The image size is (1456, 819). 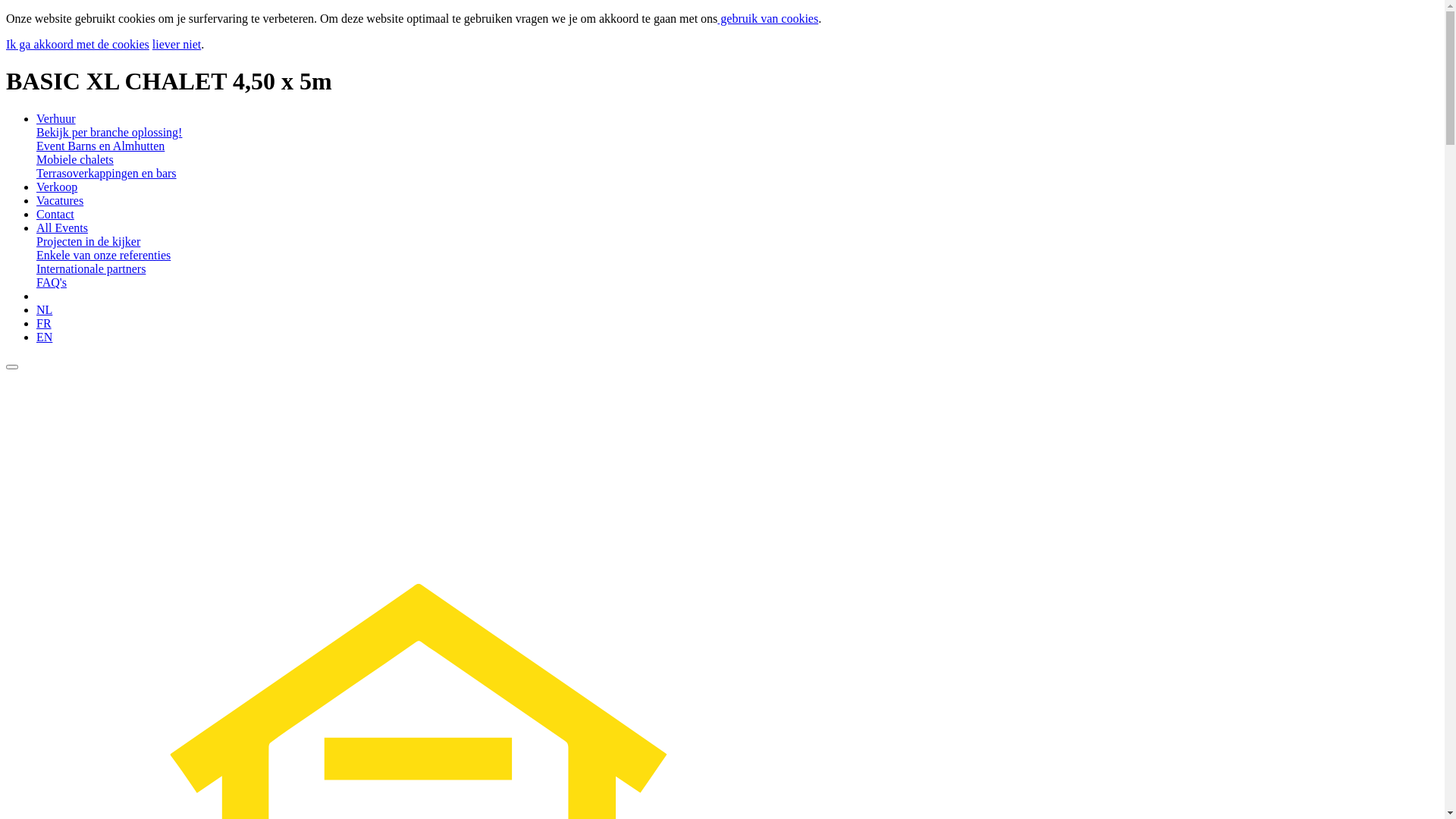 I want to click on 'Contact', so click(x=55, y=214).